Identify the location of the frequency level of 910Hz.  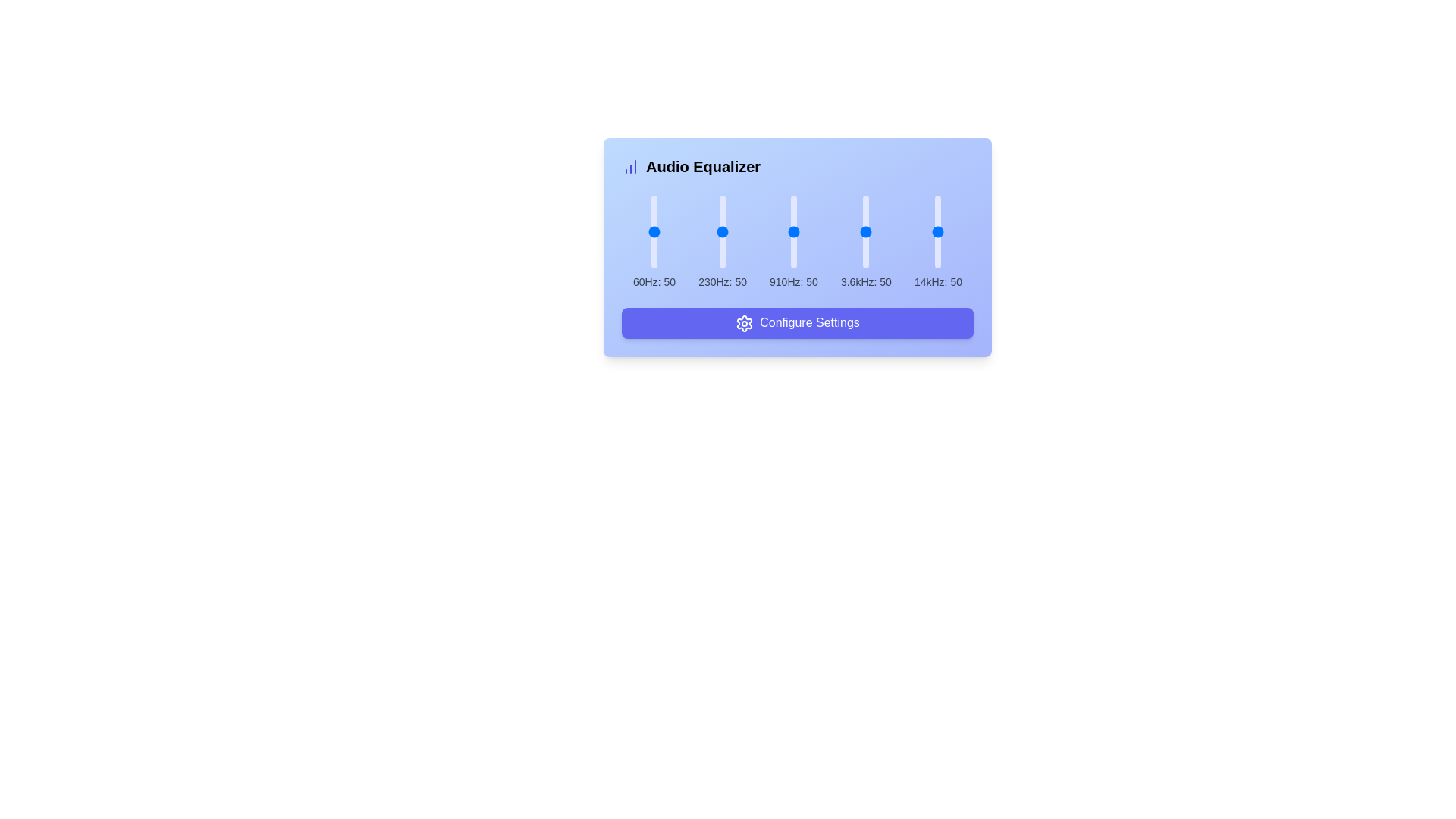
(792, 238).